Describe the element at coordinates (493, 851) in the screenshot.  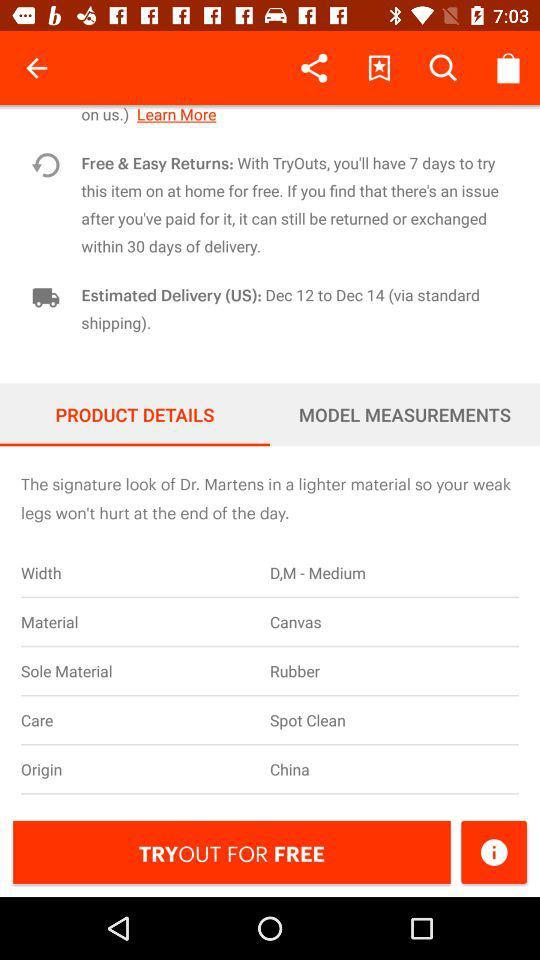
I see `icon to the right of tryout for free icon` at that location.